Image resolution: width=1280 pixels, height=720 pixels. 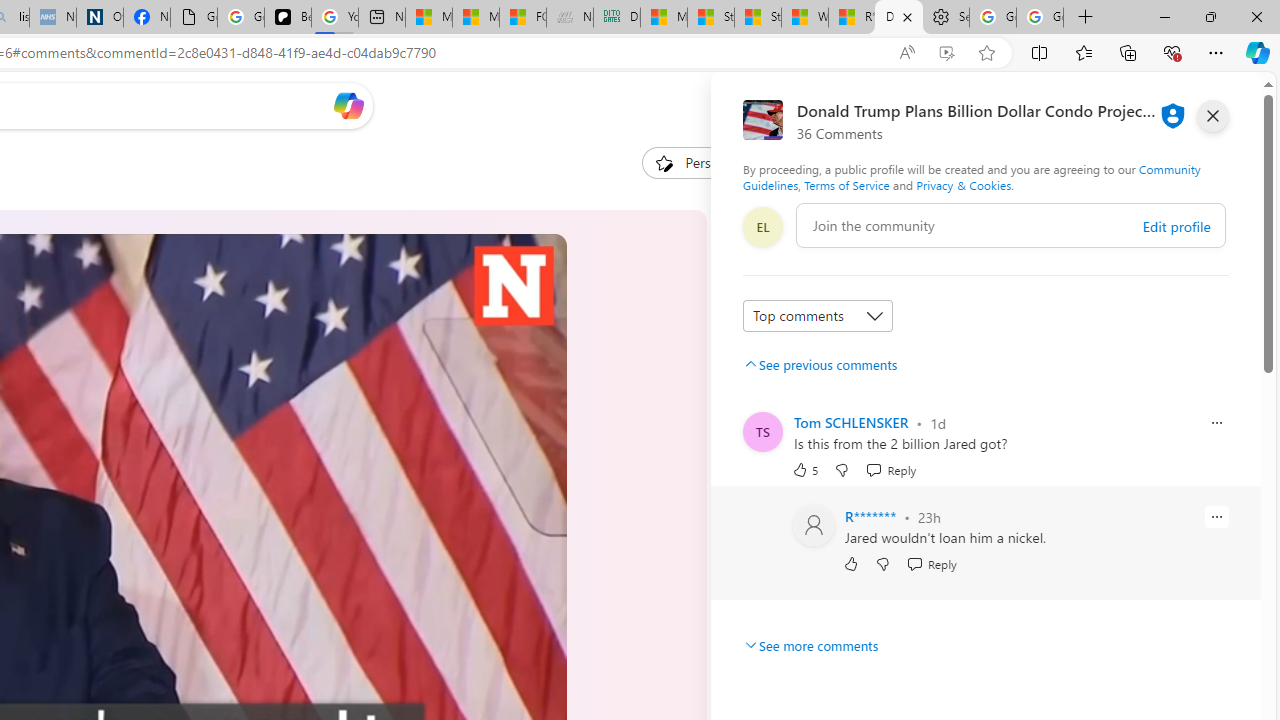 What do you see at coordinates (820, 364) in the screenshot?
I see `'See previous comments'` at bounding box center [820, 364].